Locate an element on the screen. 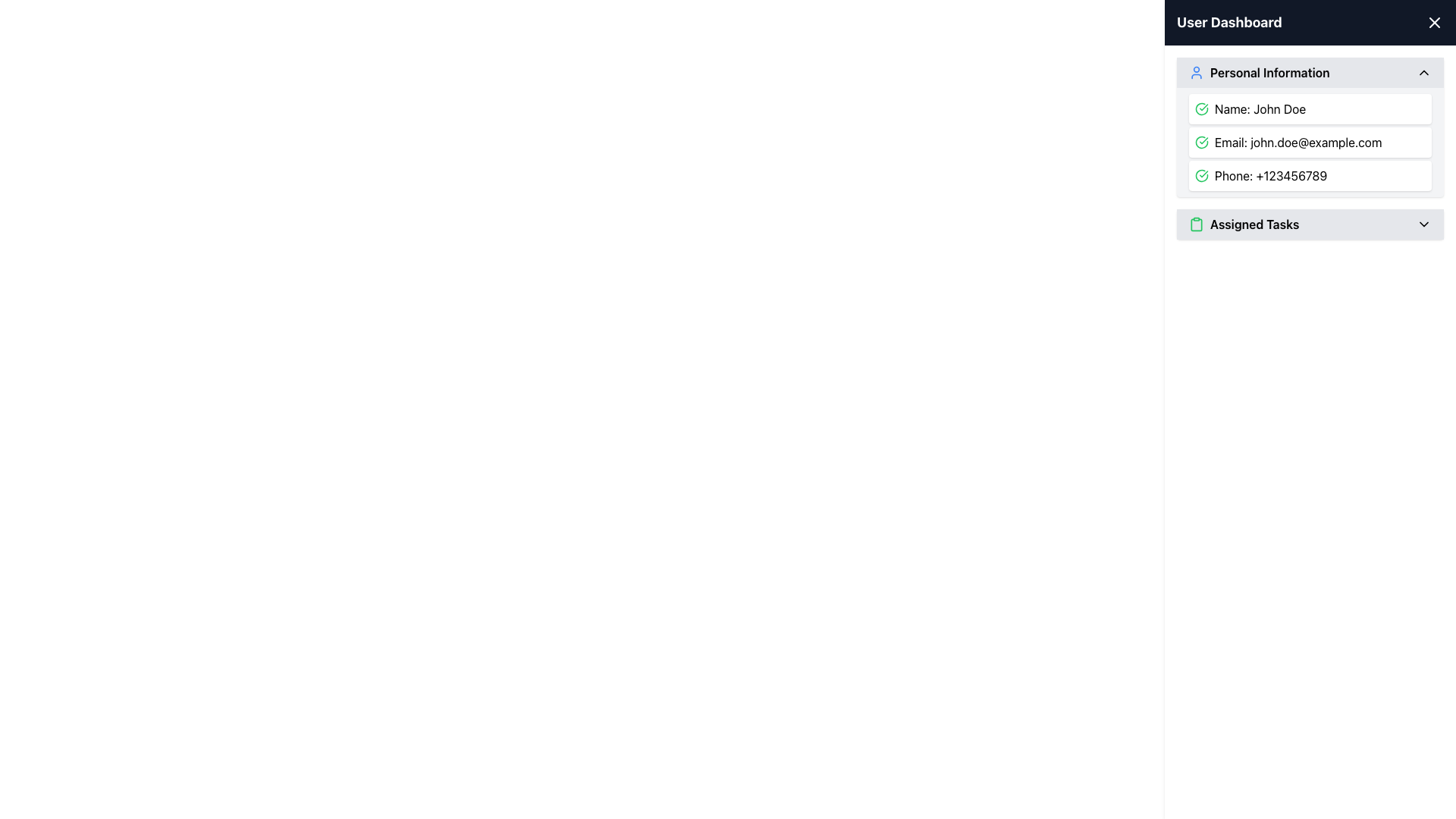 The height and width of the screenshot is (819, 1456). the Header with the green clipboard icon and bold text 'Assigned Tasks', which is located in the middle section of the right panel, just below the 'Personal Information' section is located at coordinates (1244, 224).